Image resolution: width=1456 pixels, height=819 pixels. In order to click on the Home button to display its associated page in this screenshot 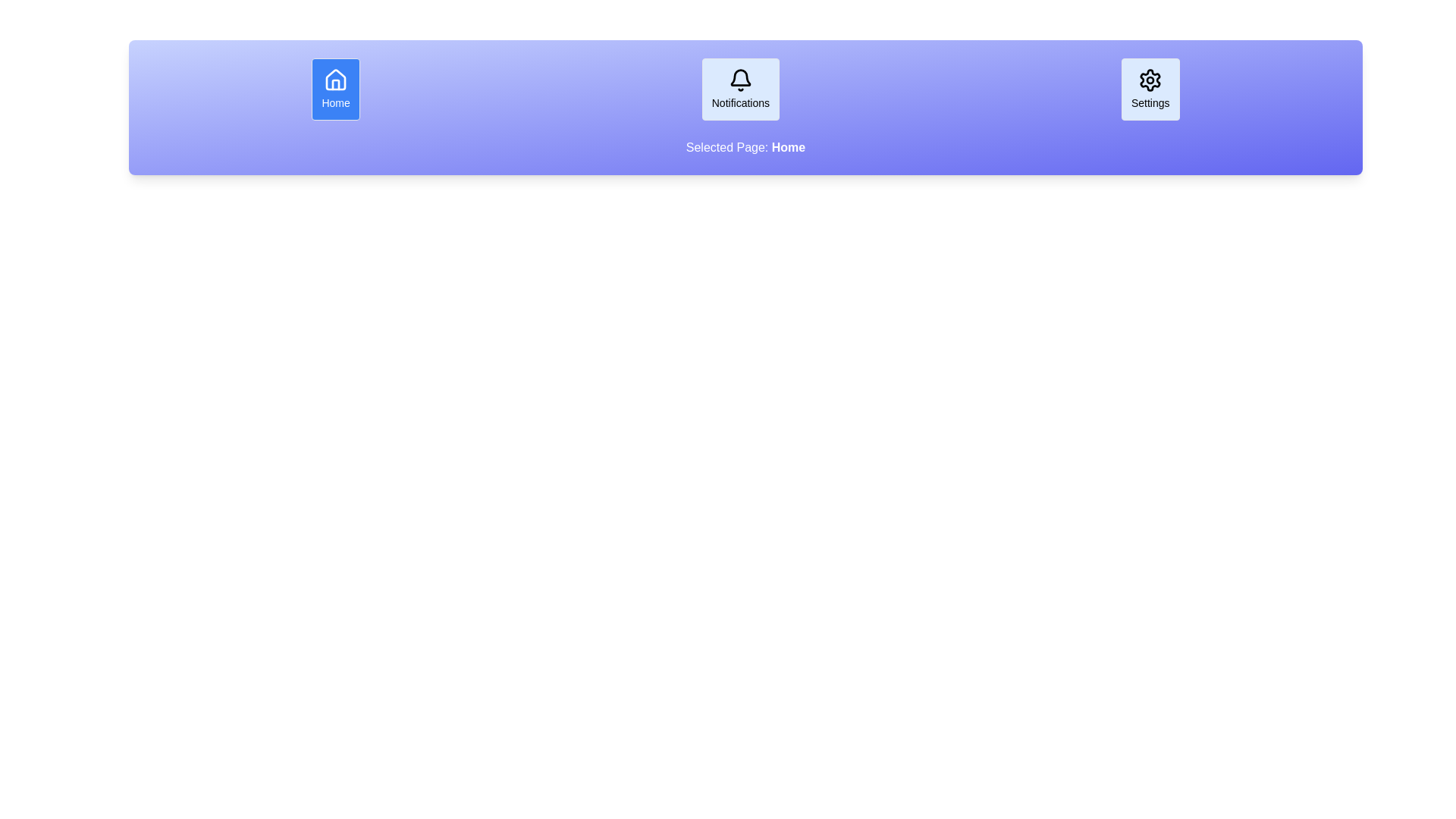, I will do `click(334, 89)`.